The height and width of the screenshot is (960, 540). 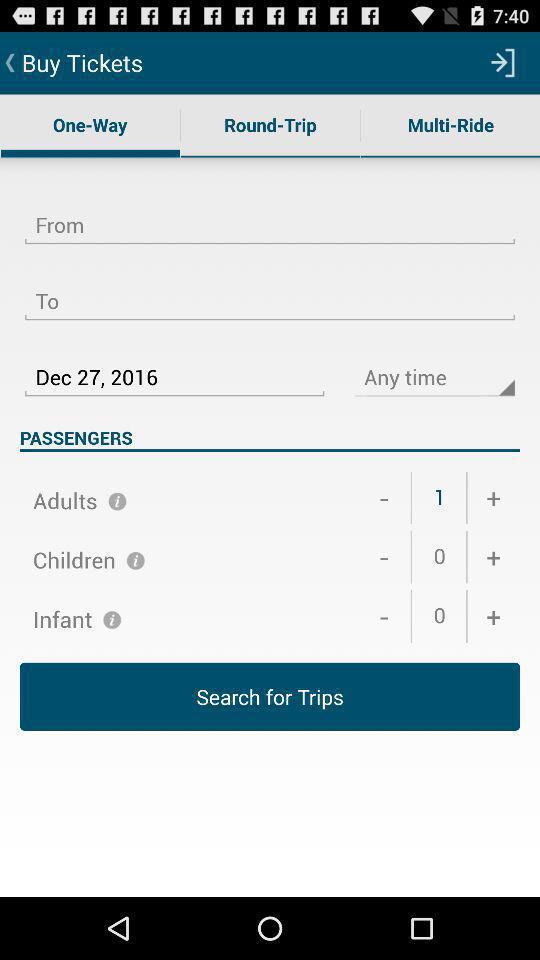 I want to click on the + item, so click(x=492, y=497).